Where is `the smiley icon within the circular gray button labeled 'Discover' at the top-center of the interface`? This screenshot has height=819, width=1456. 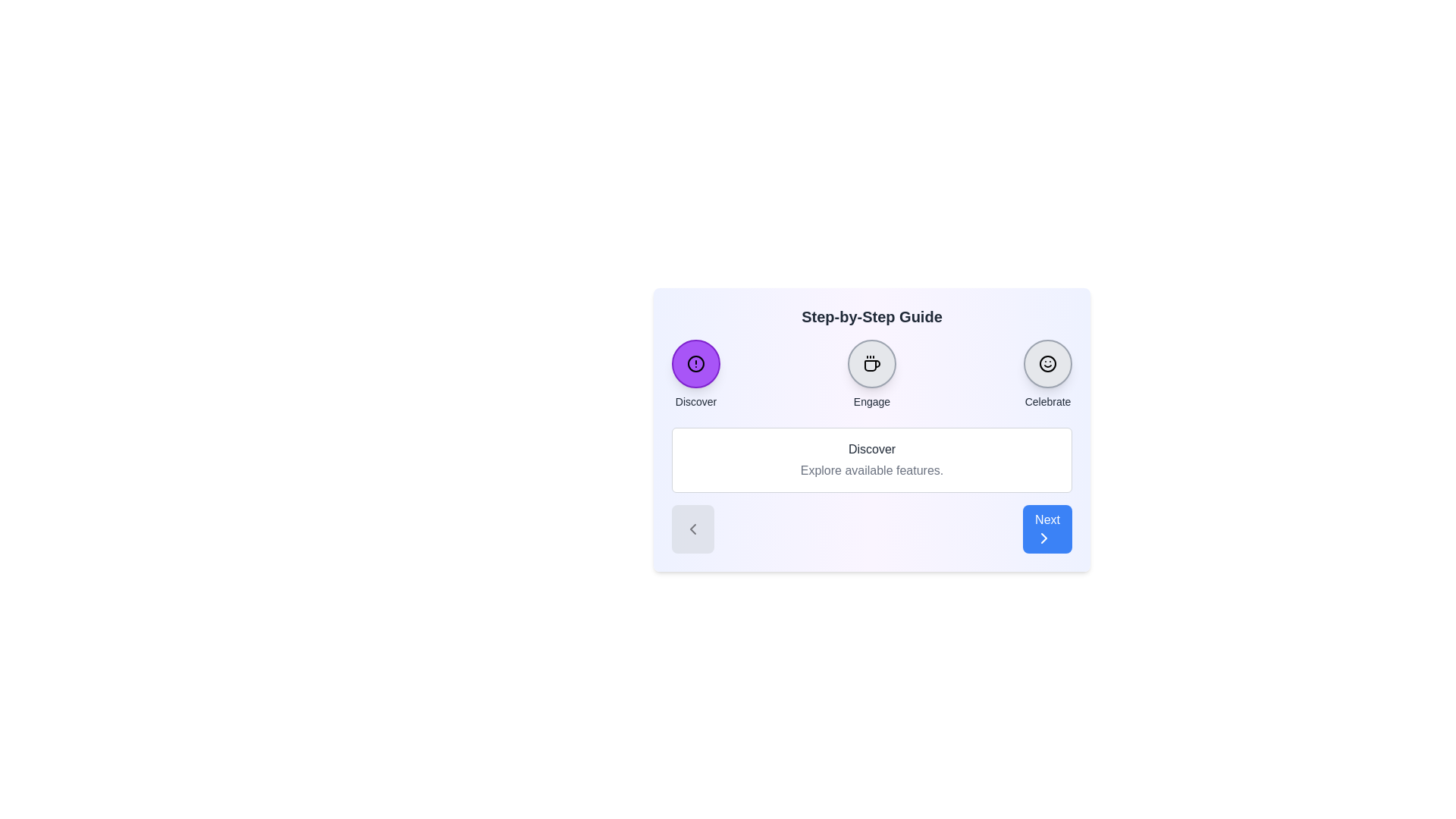 the smiley icon within the circular gray button labeled 'Discover' at the top-center of the interface is located at coordinates (1047, 363).